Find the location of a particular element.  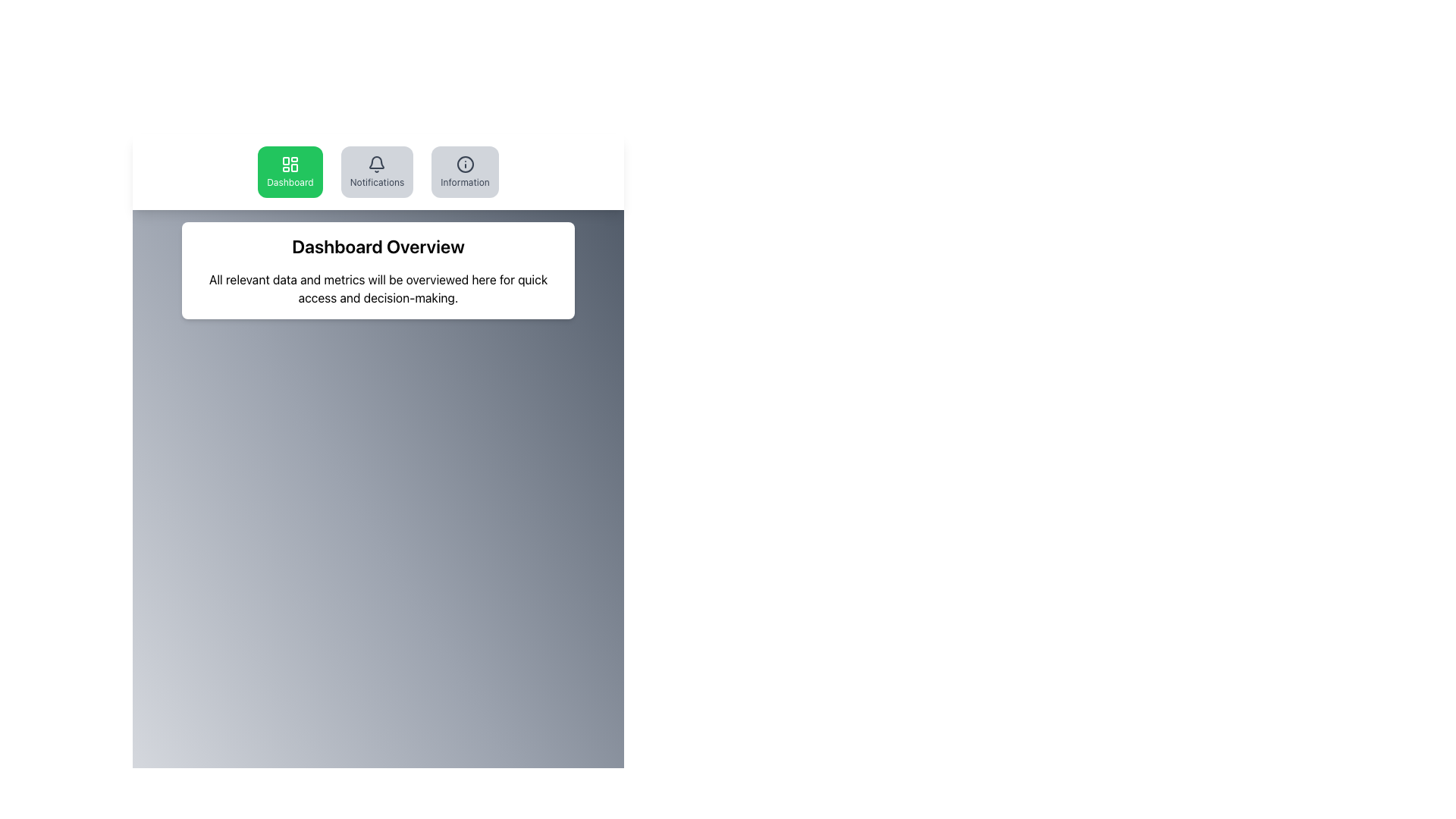

the navigation button located between the green 'Dashboard' button and the gray 'Information' button is located at coordinates (377, 171).